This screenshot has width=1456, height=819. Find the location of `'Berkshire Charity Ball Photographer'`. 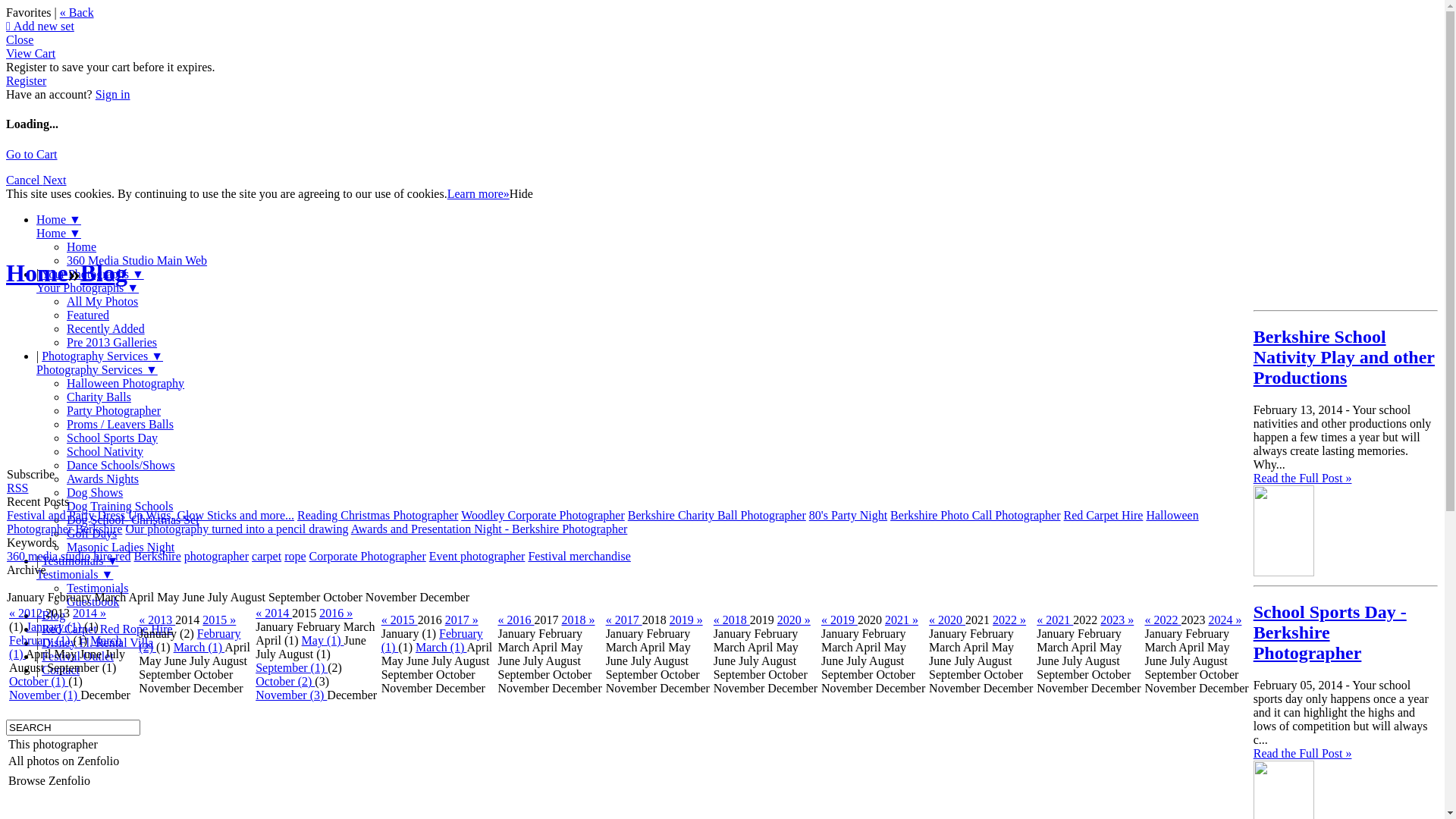

'Berkshire Charity Ball Photographer' is located at coordinates (716, 514).